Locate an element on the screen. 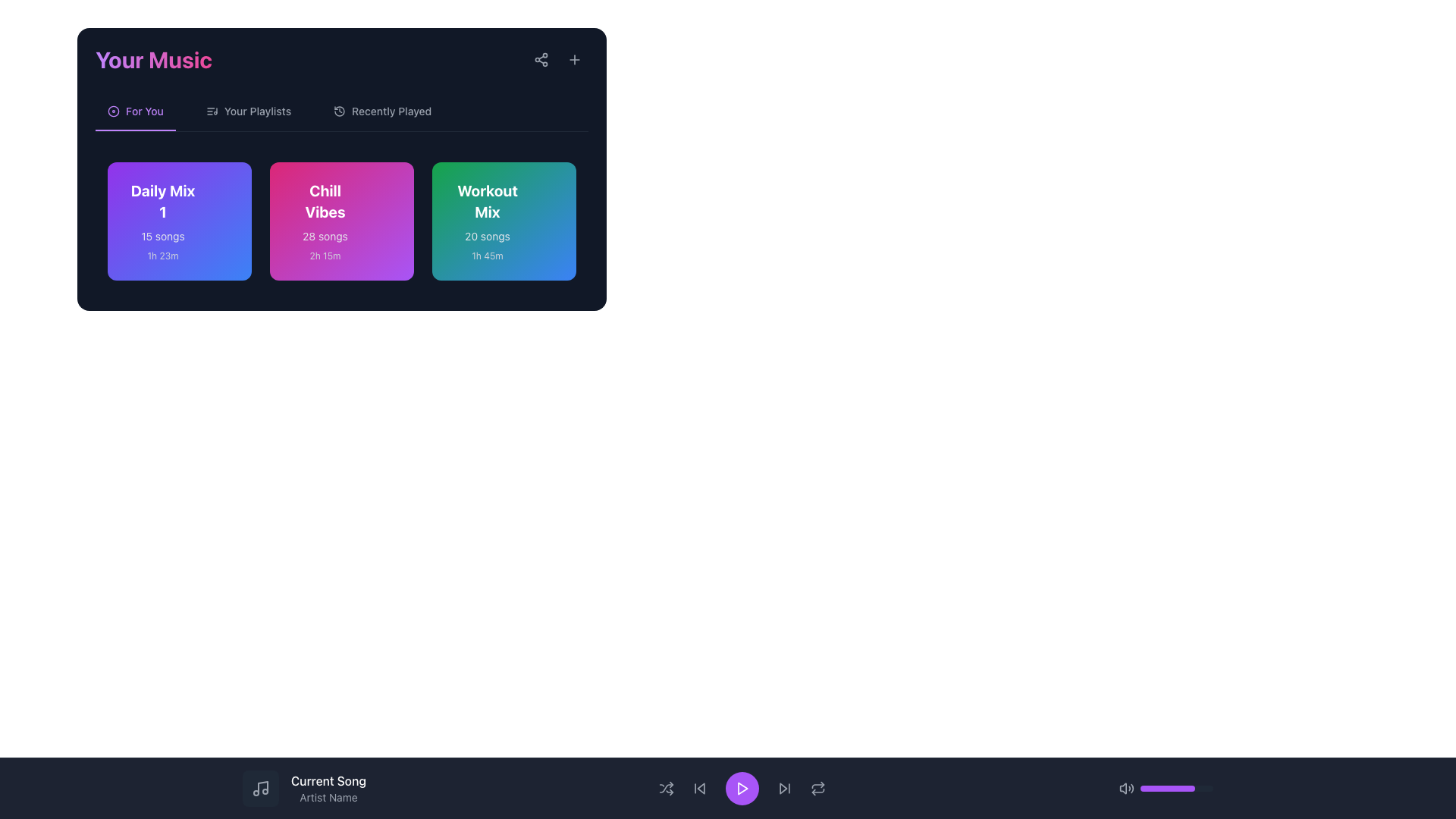 The width and height of the screenshot is (1456, 819). the 'Your Playlists' tab, which is the second tab in the navigation bar is located at coordinates (248, 116).